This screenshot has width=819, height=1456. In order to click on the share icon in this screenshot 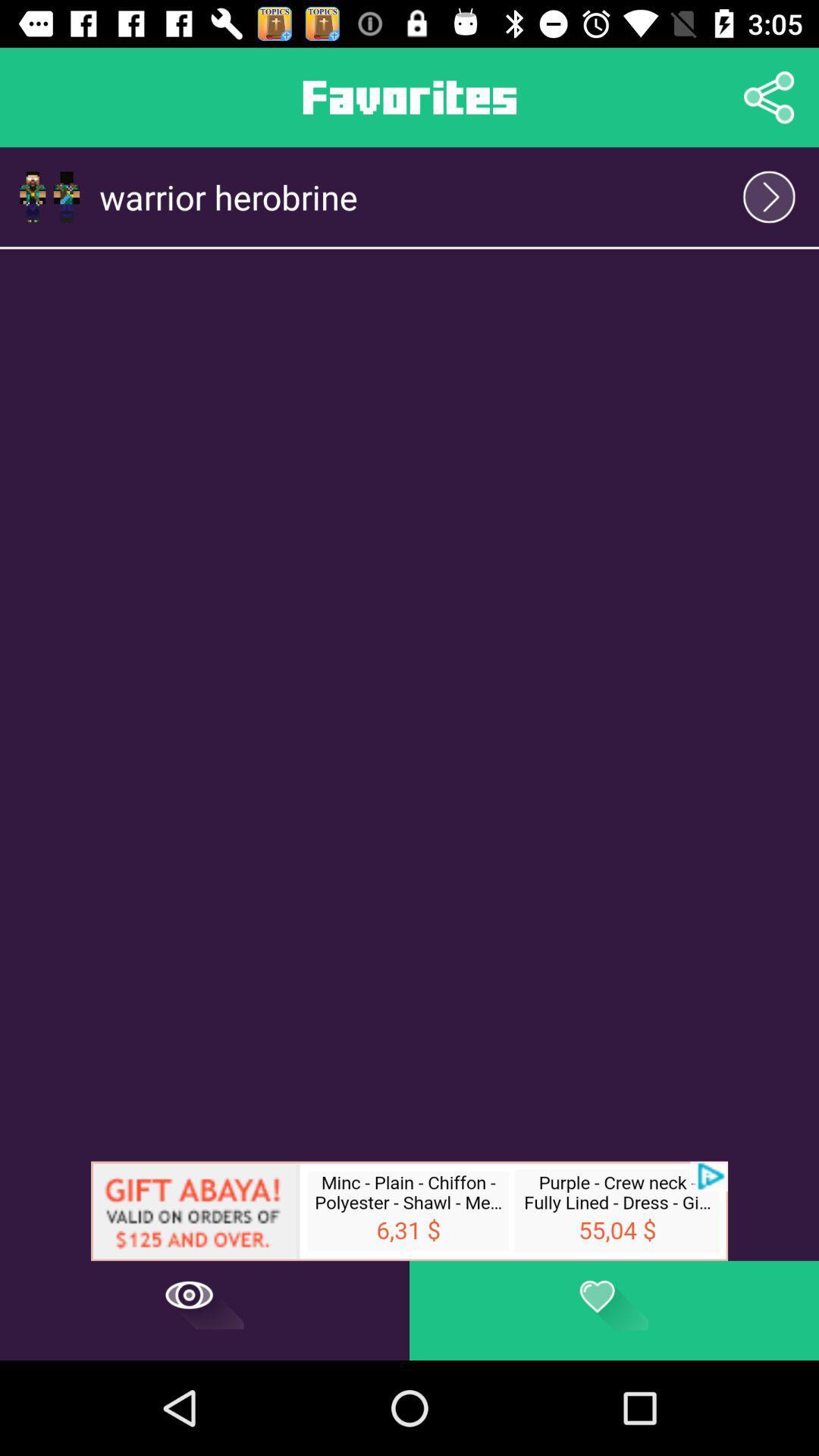, I will do `click(769, 96)`.